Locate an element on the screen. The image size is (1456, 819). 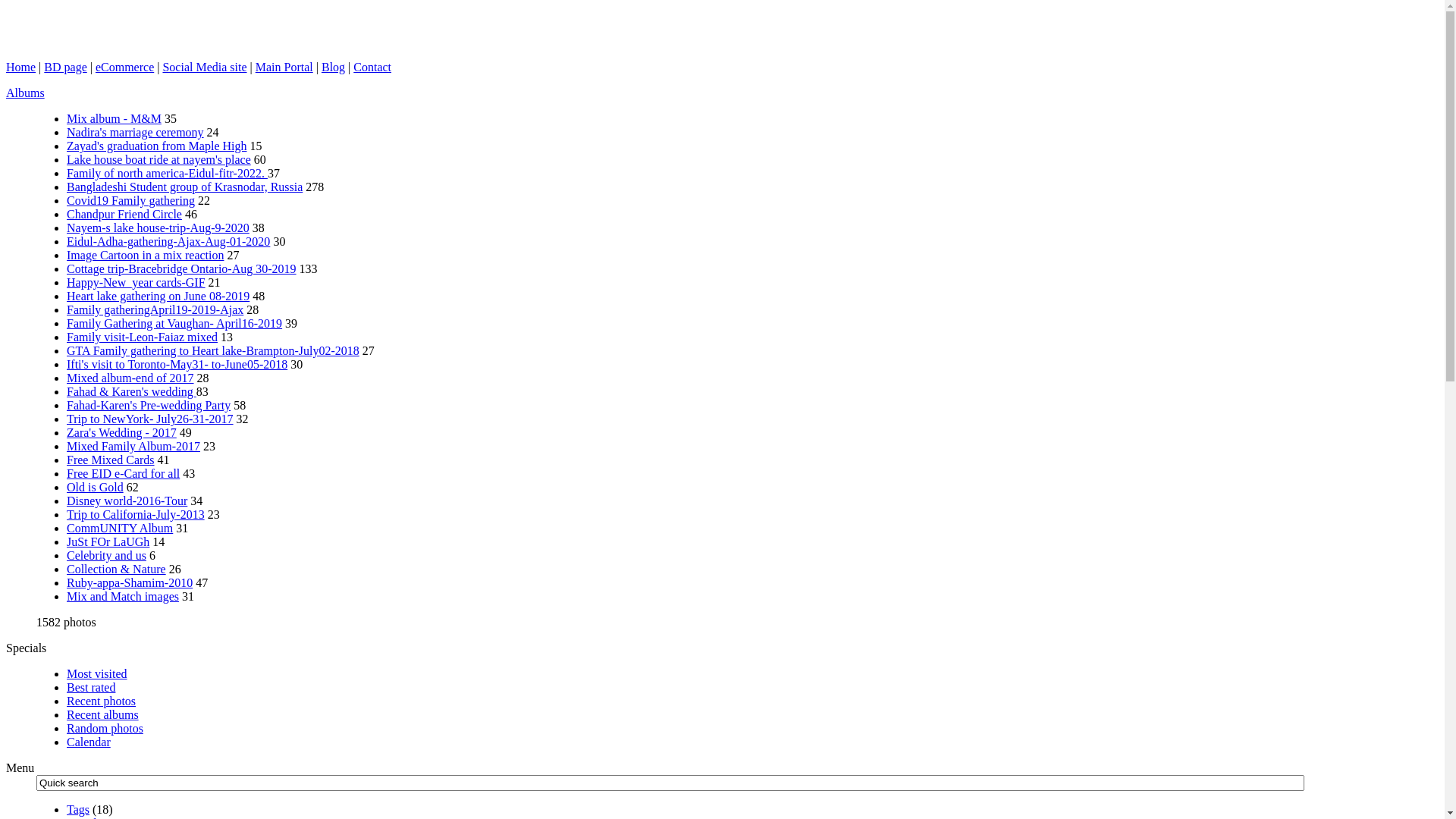
'Ruby-appa-Shamim-2010' is located at coordinates (130, 582).